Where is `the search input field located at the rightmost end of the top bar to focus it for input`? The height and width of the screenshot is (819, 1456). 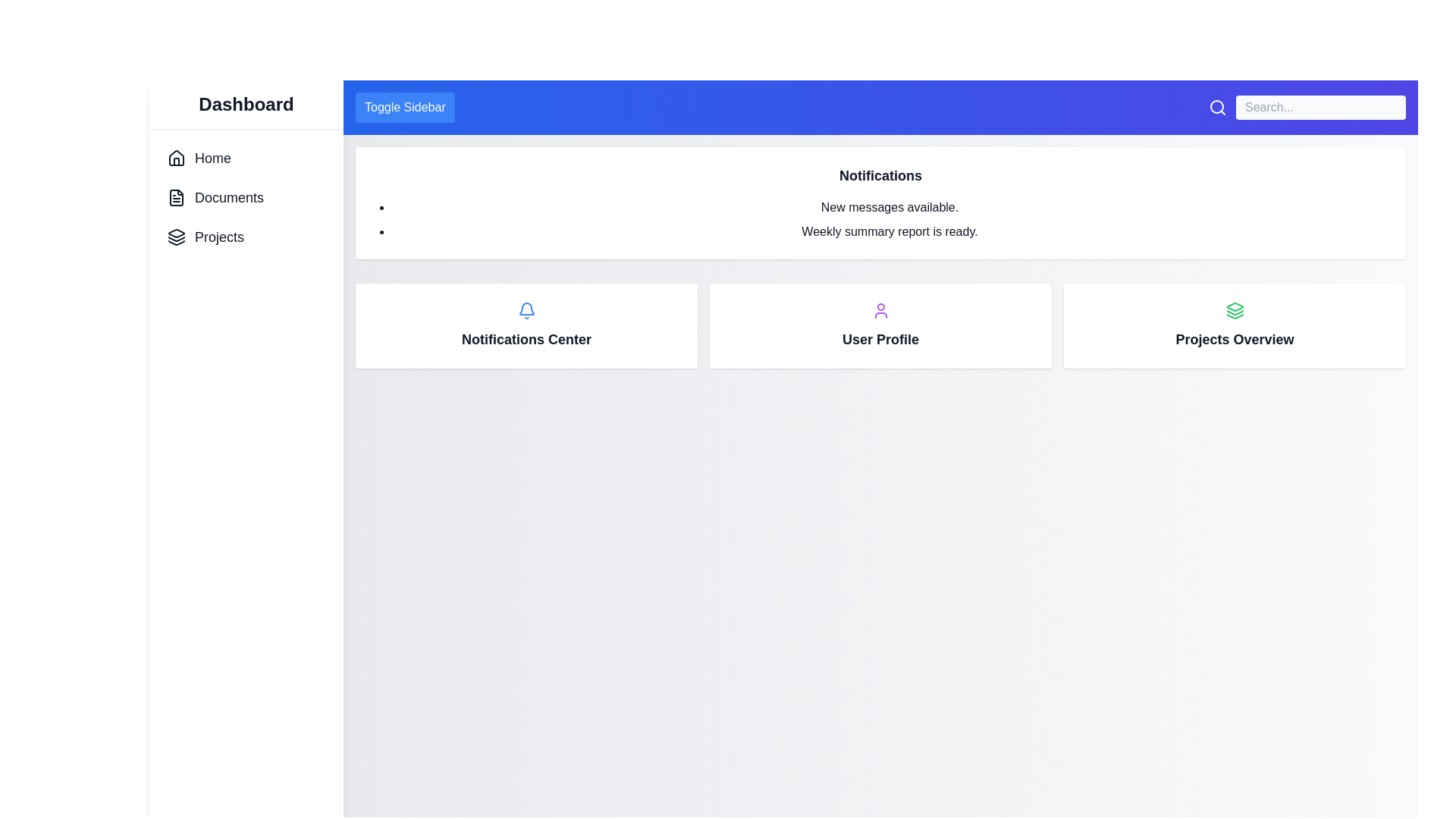 the search input field located at the rightmost end of the top bar to focus it for input is located at coordinates (1306, 107).